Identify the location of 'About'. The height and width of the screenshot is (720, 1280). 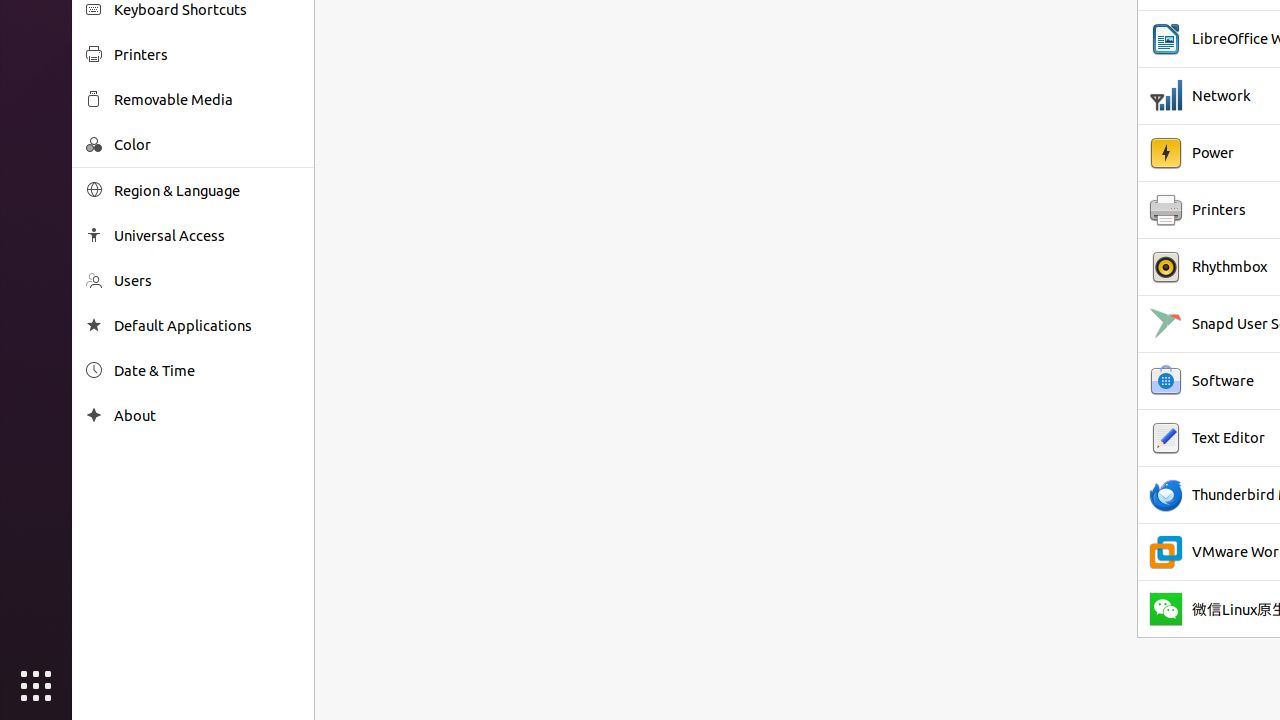
(206, 414).